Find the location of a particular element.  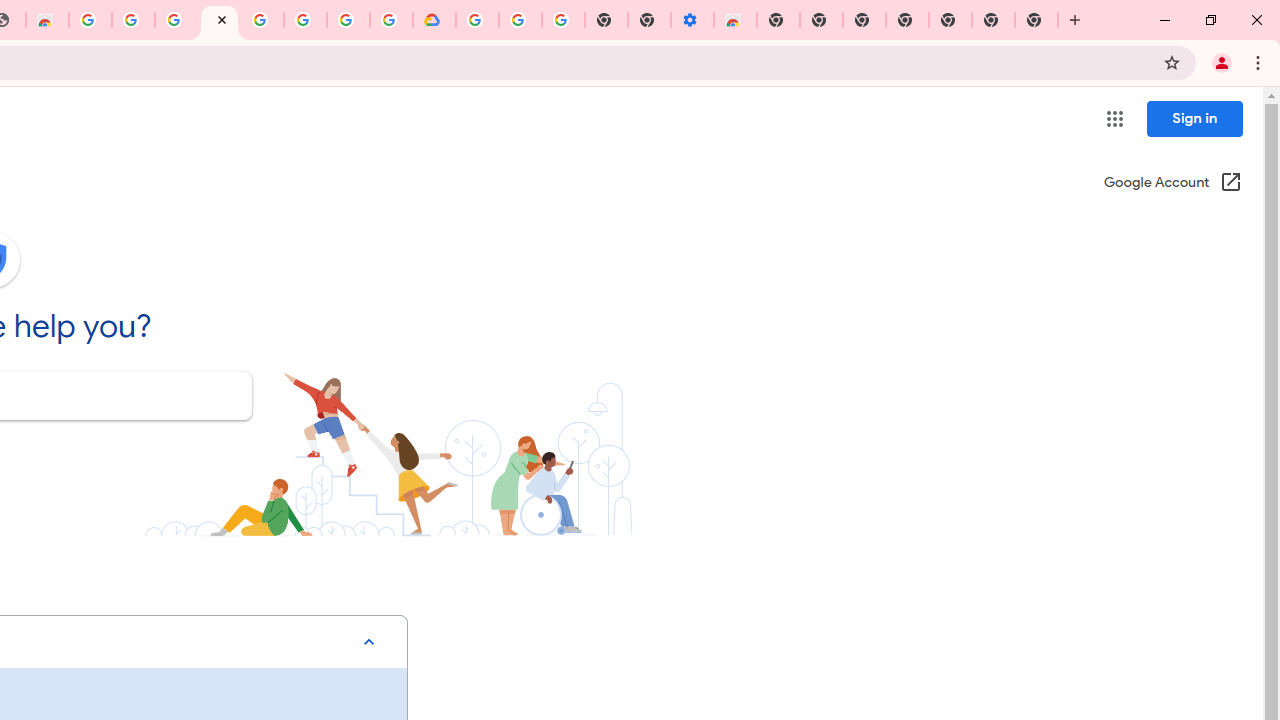

'Google Account Help' is located at coordinates (219, 20).